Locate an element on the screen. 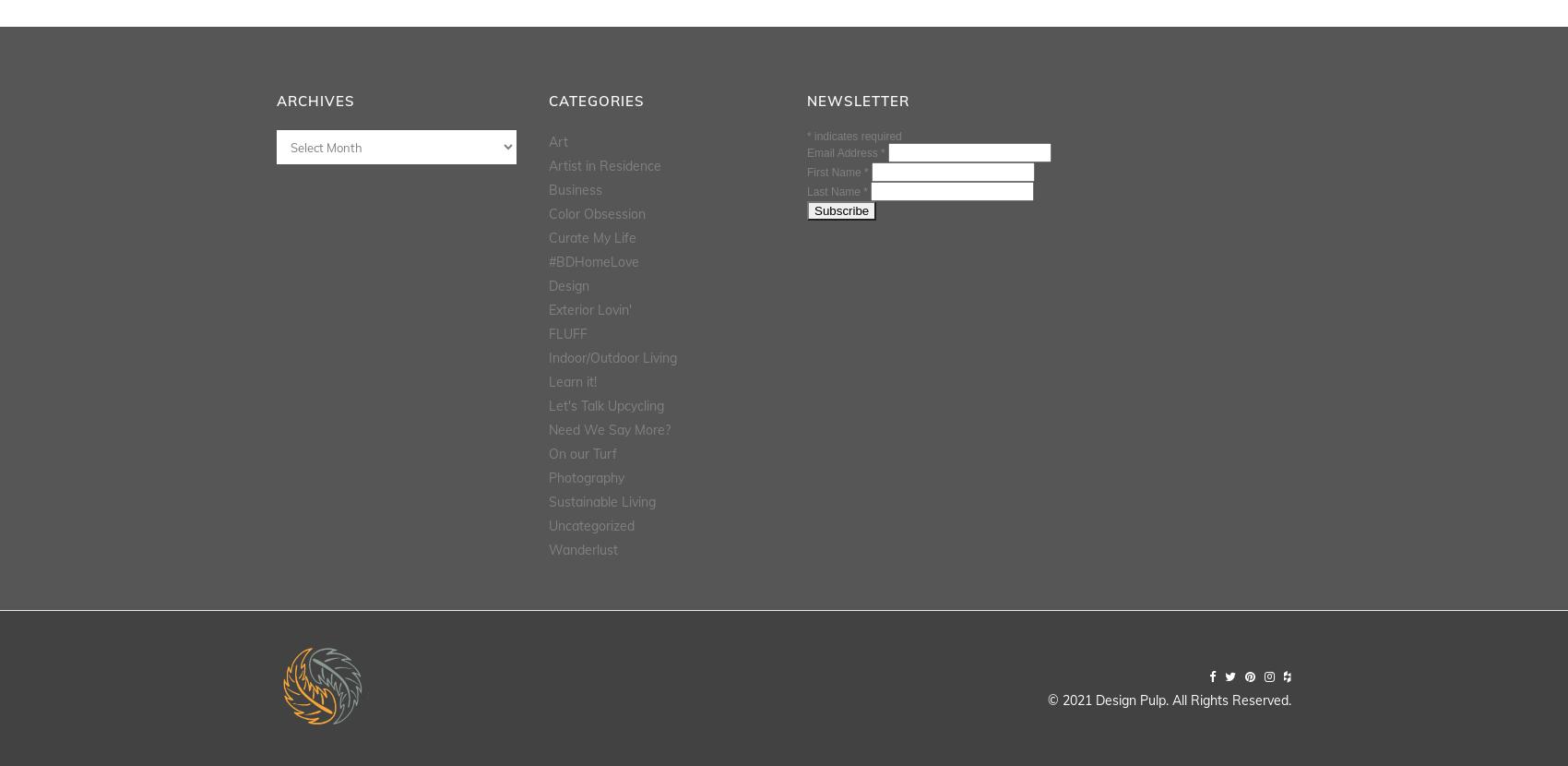  '#BDHomeLove' is located at coordinates (593, 262).